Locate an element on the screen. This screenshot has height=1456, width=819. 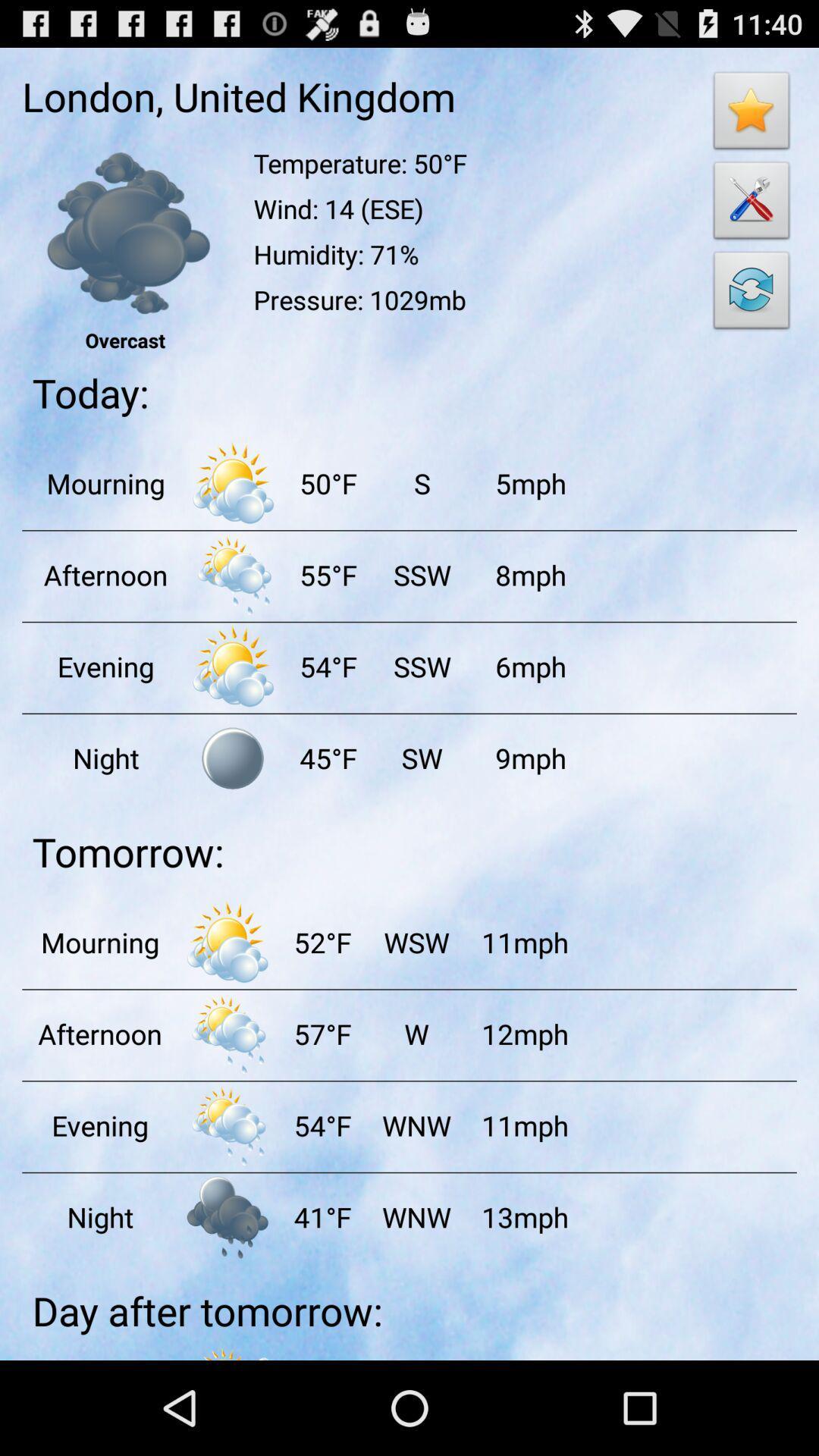
temprature is located at coordinates (233, 574).